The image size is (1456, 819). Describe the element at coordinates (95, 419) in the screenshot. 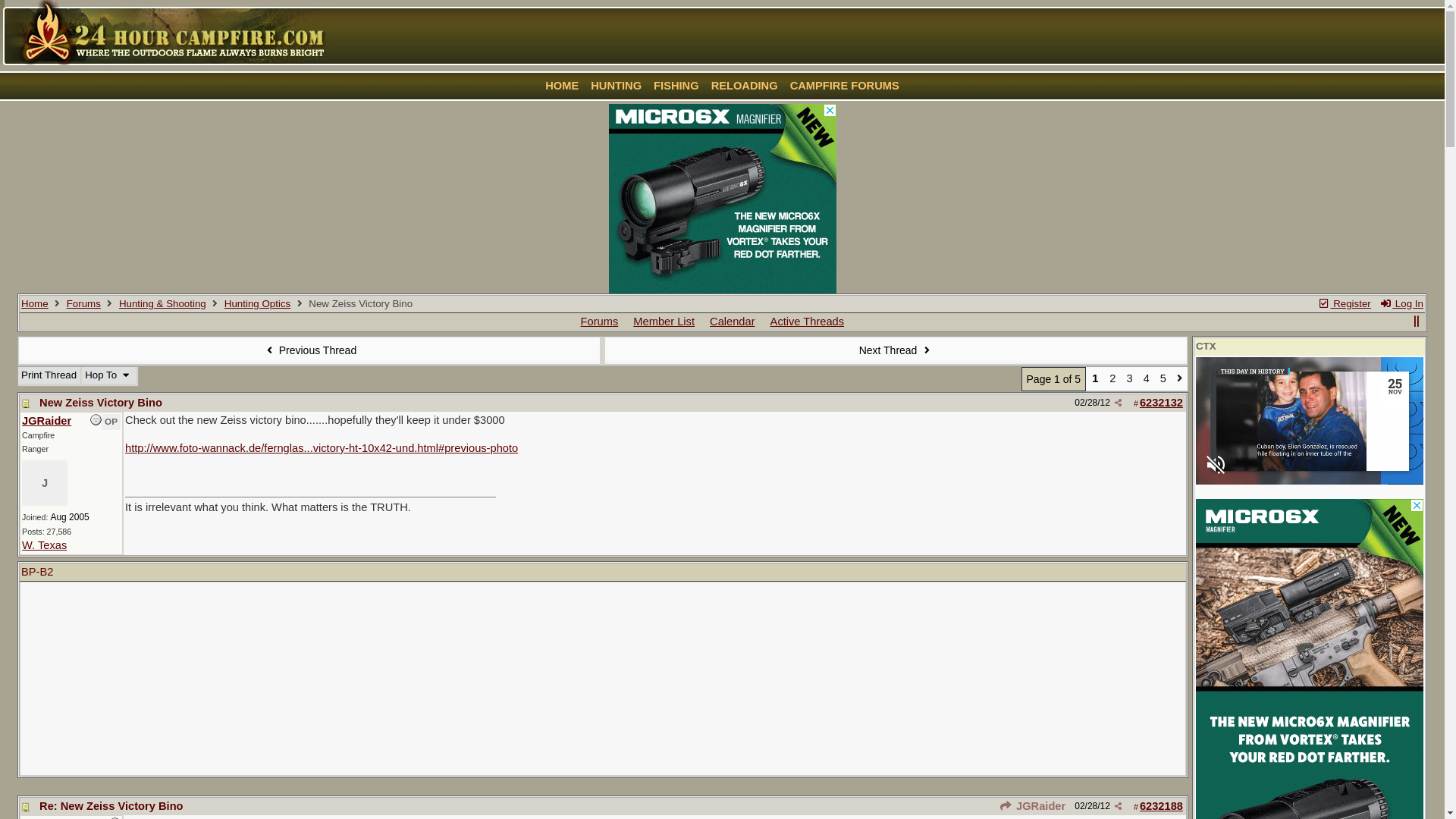

I see `'Offline'` at that location.